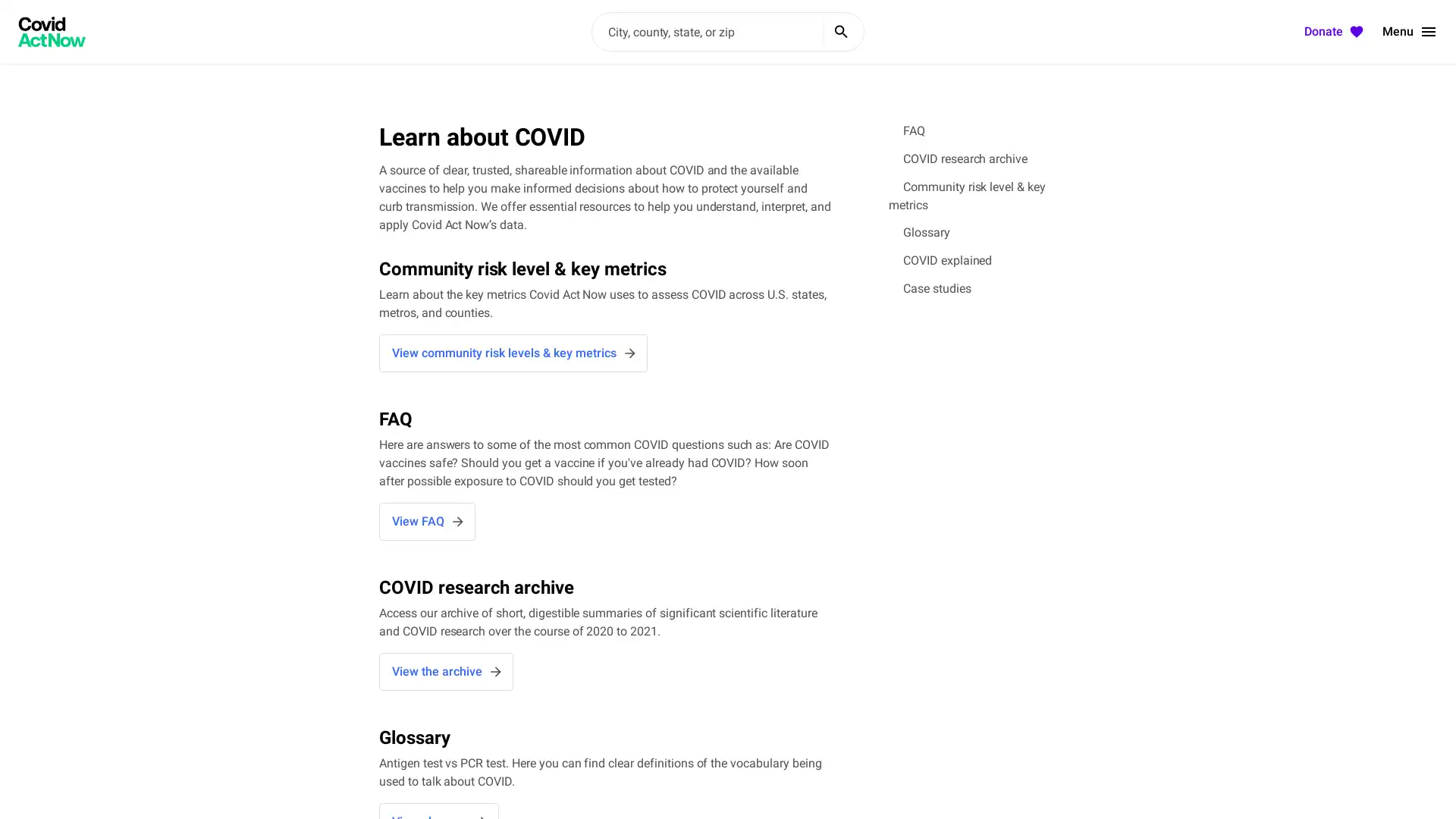 This screenshot has height=819, width=1456. Describe the element at coordinates (426, 520) in the screenshot. I see `View FAQ` at that location.